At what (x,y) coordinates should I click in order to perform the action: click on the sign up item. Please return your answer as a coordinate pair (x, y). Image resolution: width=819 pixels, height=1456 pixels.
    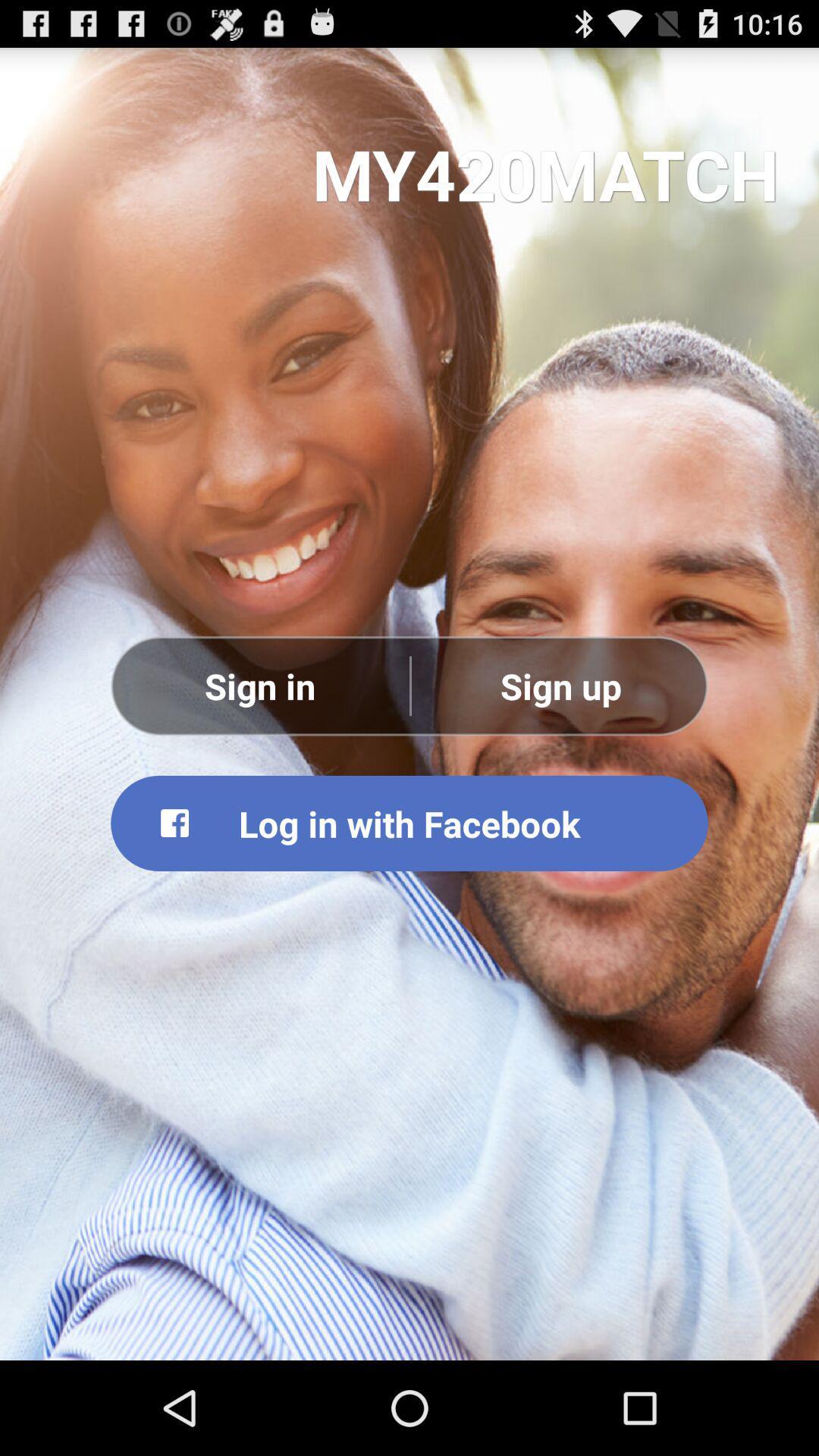
    Looking at the image, I should click on (560, 685).